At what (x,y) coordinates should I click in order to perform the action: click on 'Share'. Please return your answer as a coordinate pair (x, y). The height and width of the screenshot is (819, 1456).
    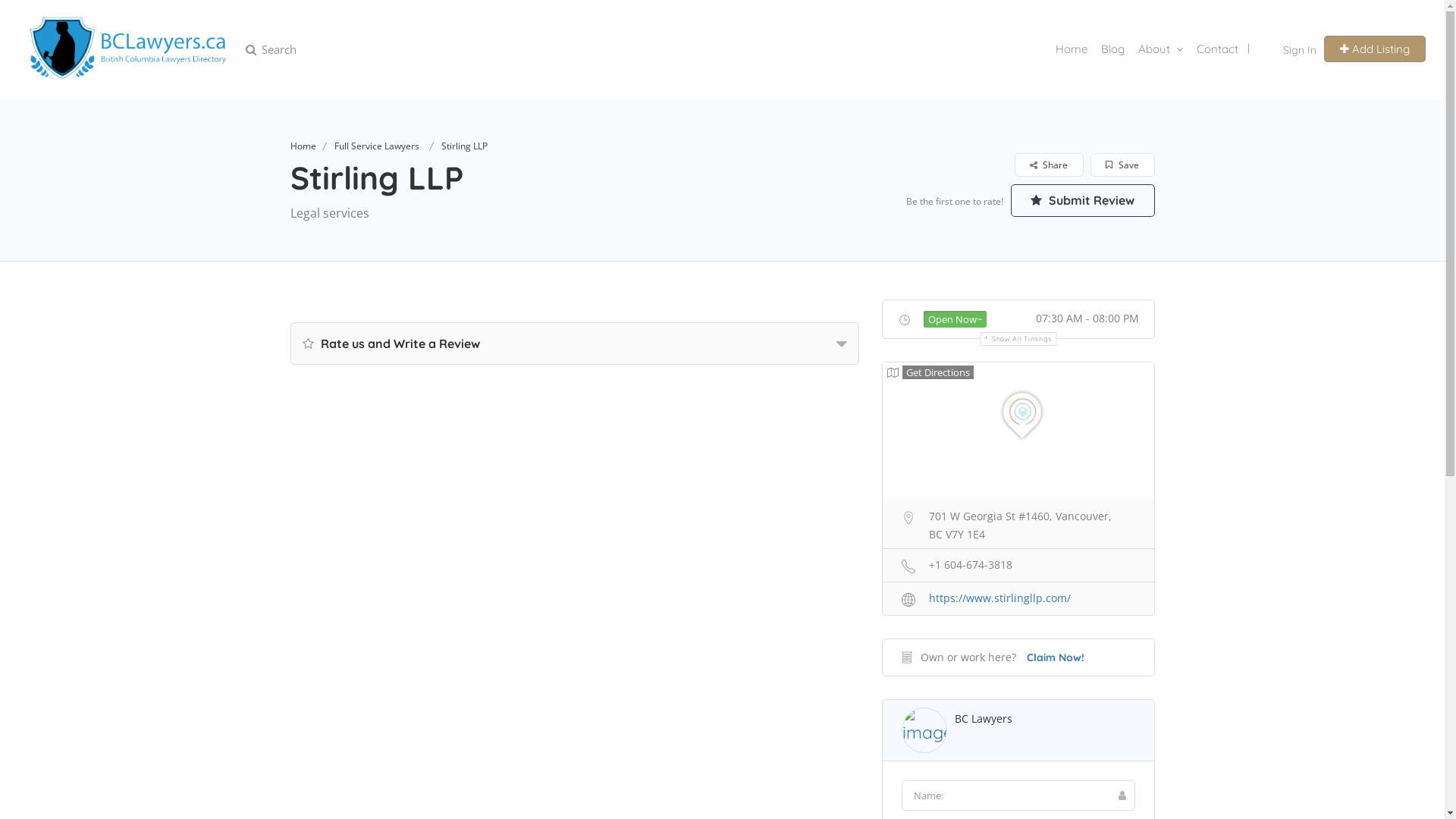
    Looking at the image, I should click on (1046, 165).